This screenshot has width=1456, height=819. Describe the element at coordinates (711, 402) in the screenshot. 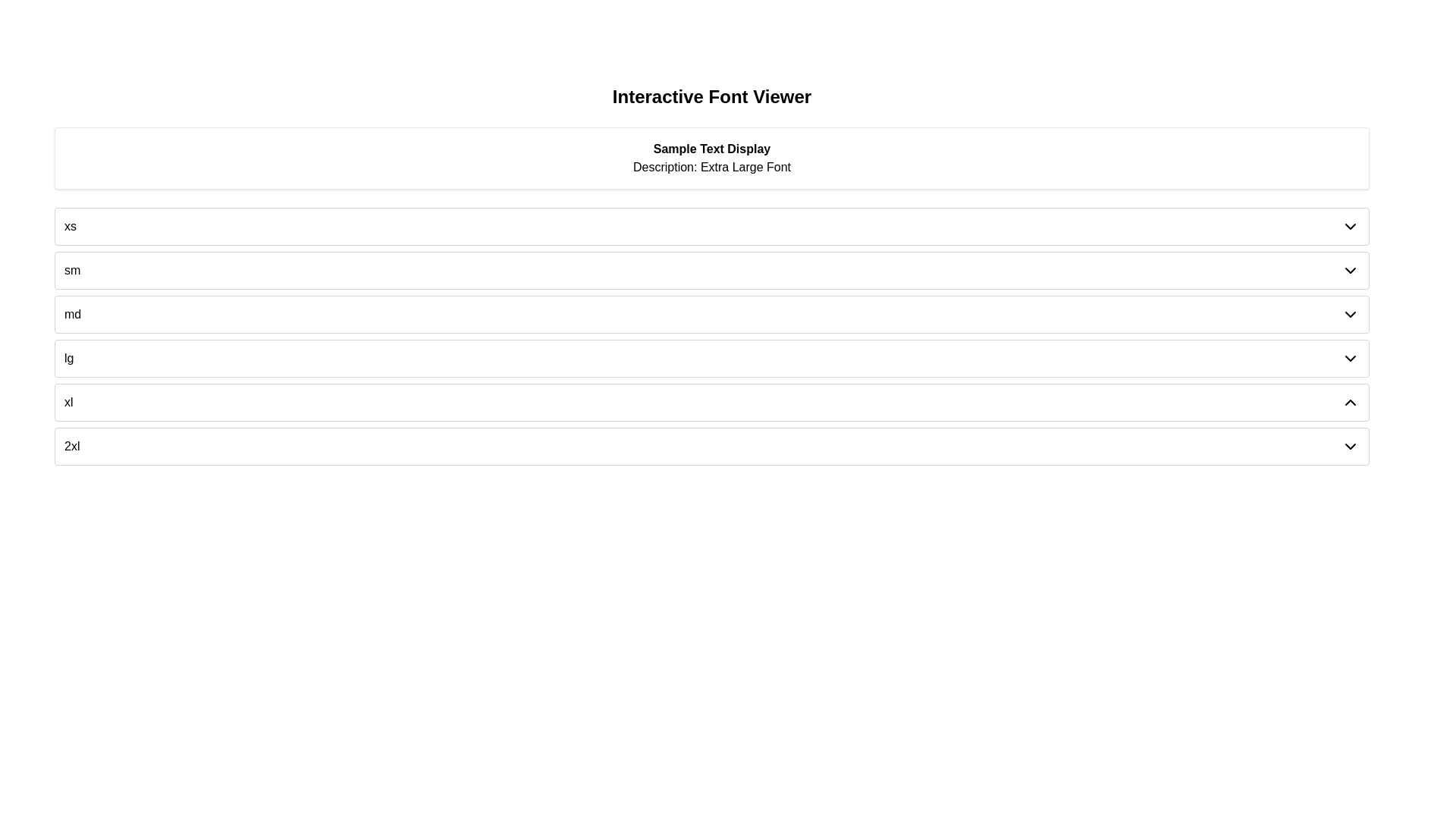

I see `the fifth button in a vertical list that expands or collapses the 'xl' section, positioned between the 'lg' and '2xl' buttons` at that location.